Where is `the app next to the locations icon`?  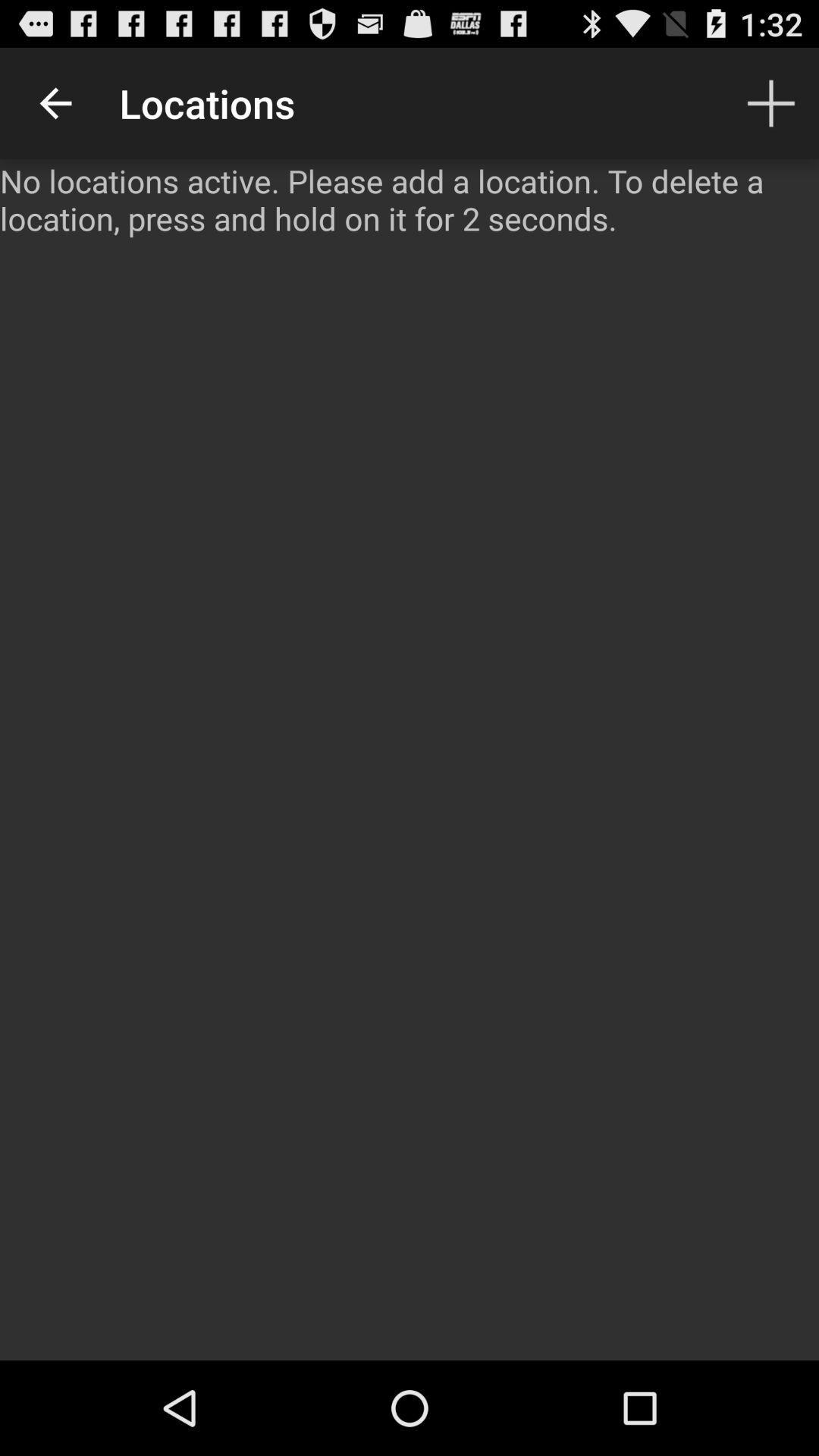 the app next to the locations icon is located at coordinates (55, 102).